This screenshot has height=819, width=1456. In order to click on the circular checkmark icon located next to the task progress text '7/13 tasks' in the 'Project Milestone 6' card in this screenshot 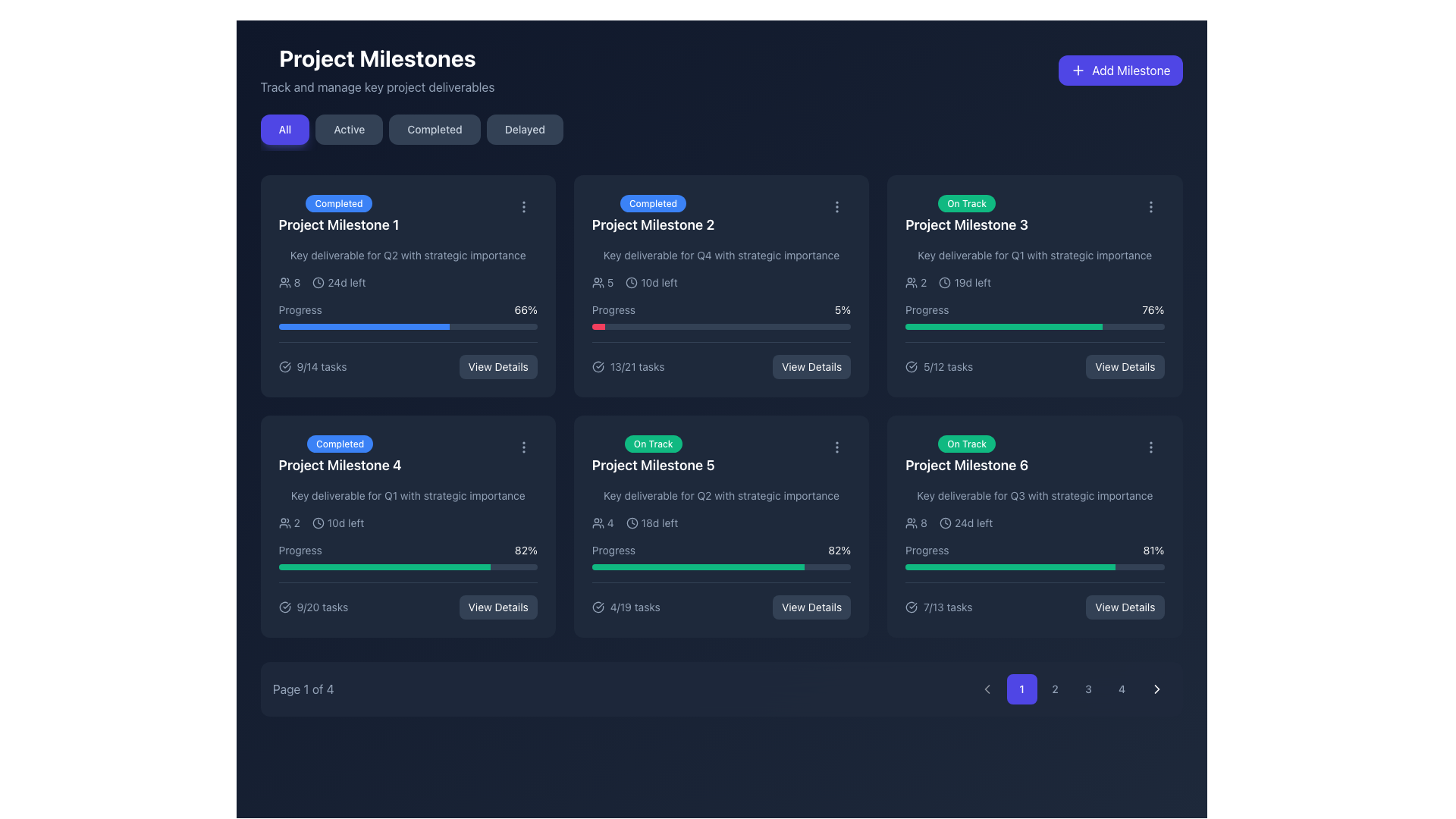, I will do `click(911, 607)`.